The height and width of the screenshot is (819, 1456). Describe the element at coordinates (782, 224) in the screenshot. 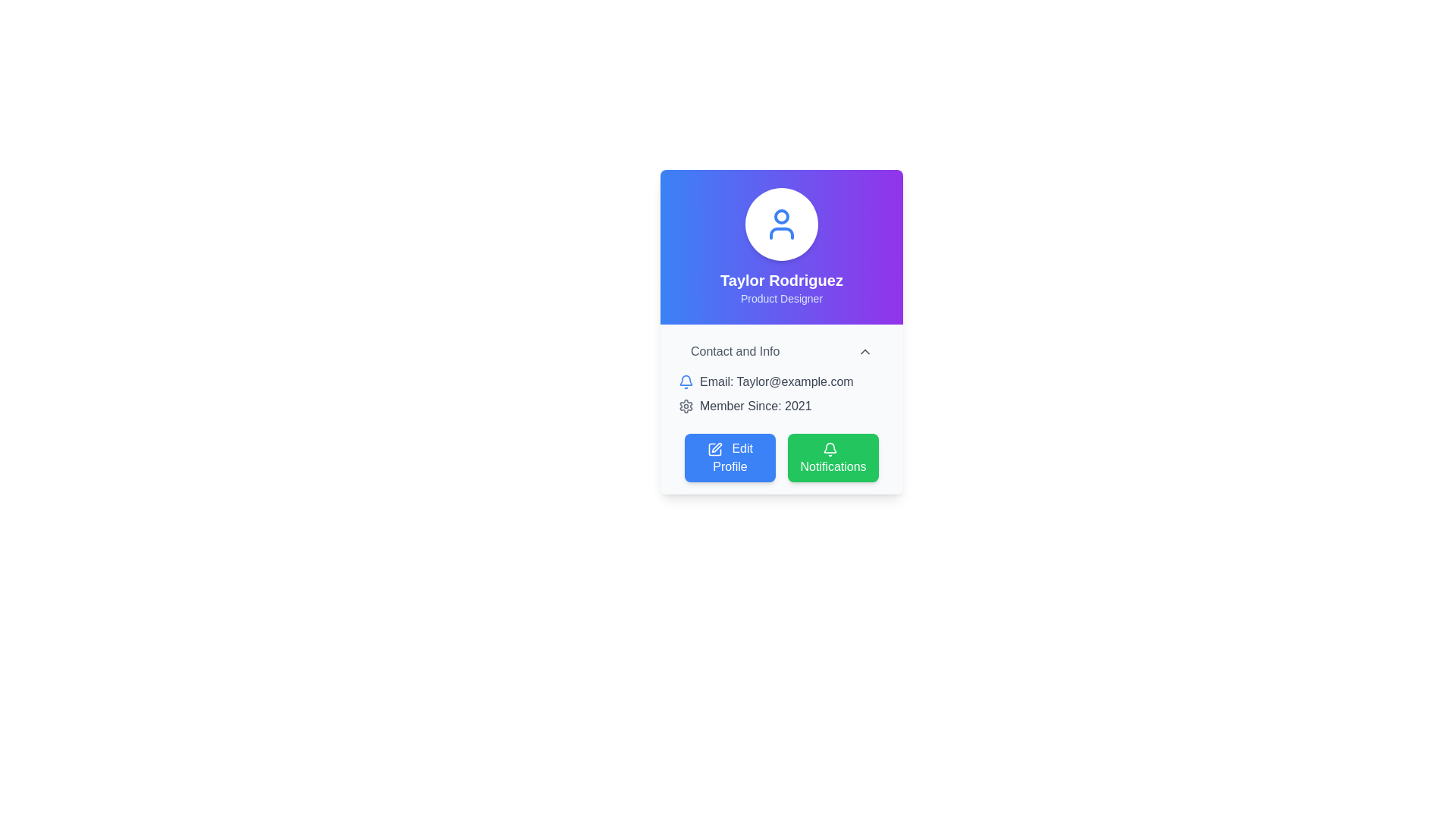

I see `the blue-colored user silhouette icon located at the center-top of the profile card, which is the sole component in its rounded background area` at that location.